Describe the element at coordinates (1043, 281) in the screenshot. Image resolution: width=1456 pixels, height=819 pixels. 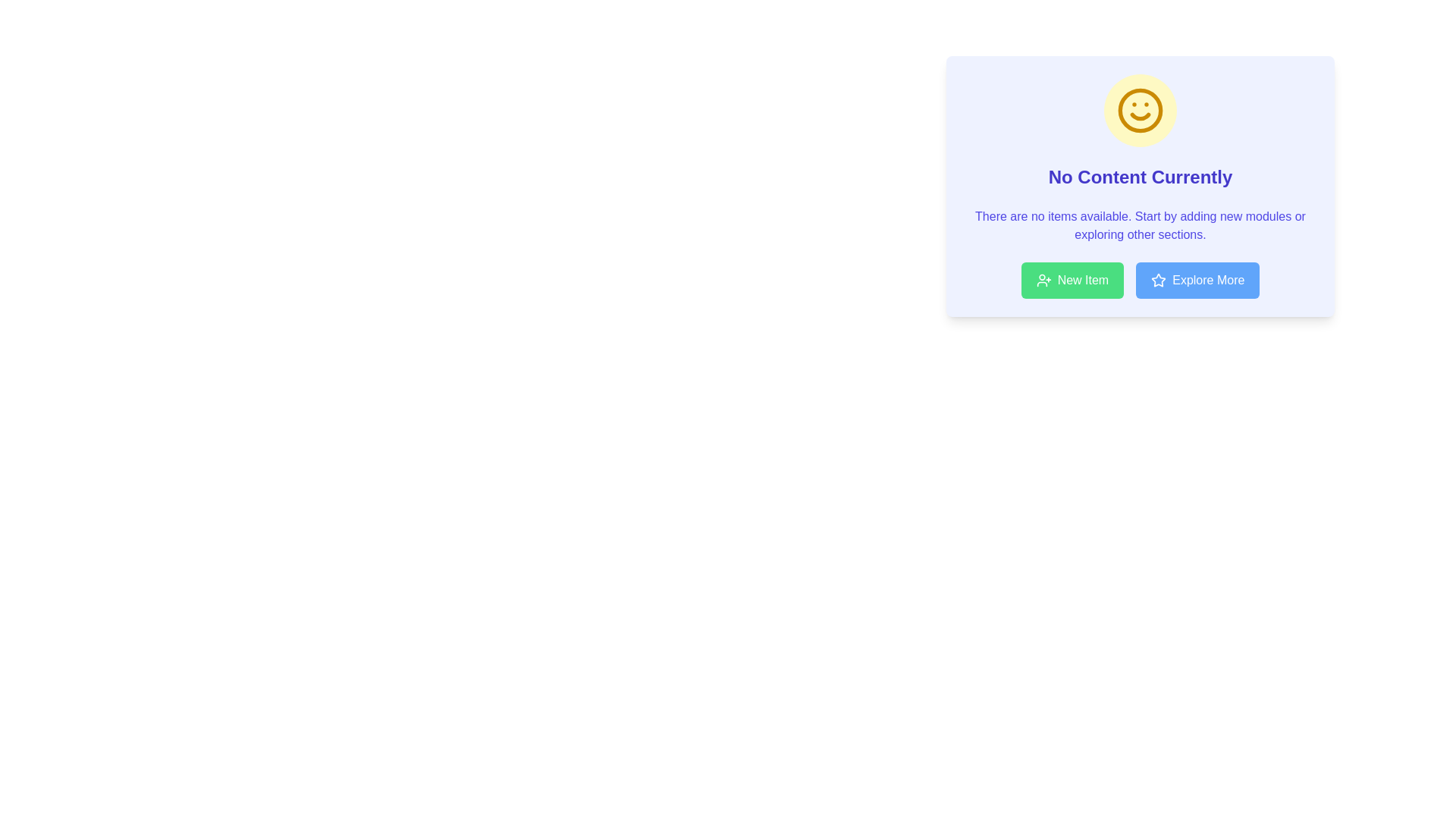
I see `the user profile icon with a plus symbol next to it, which is the first icon in the 'New Item' button located on the bottom left side of the central card` at that location.